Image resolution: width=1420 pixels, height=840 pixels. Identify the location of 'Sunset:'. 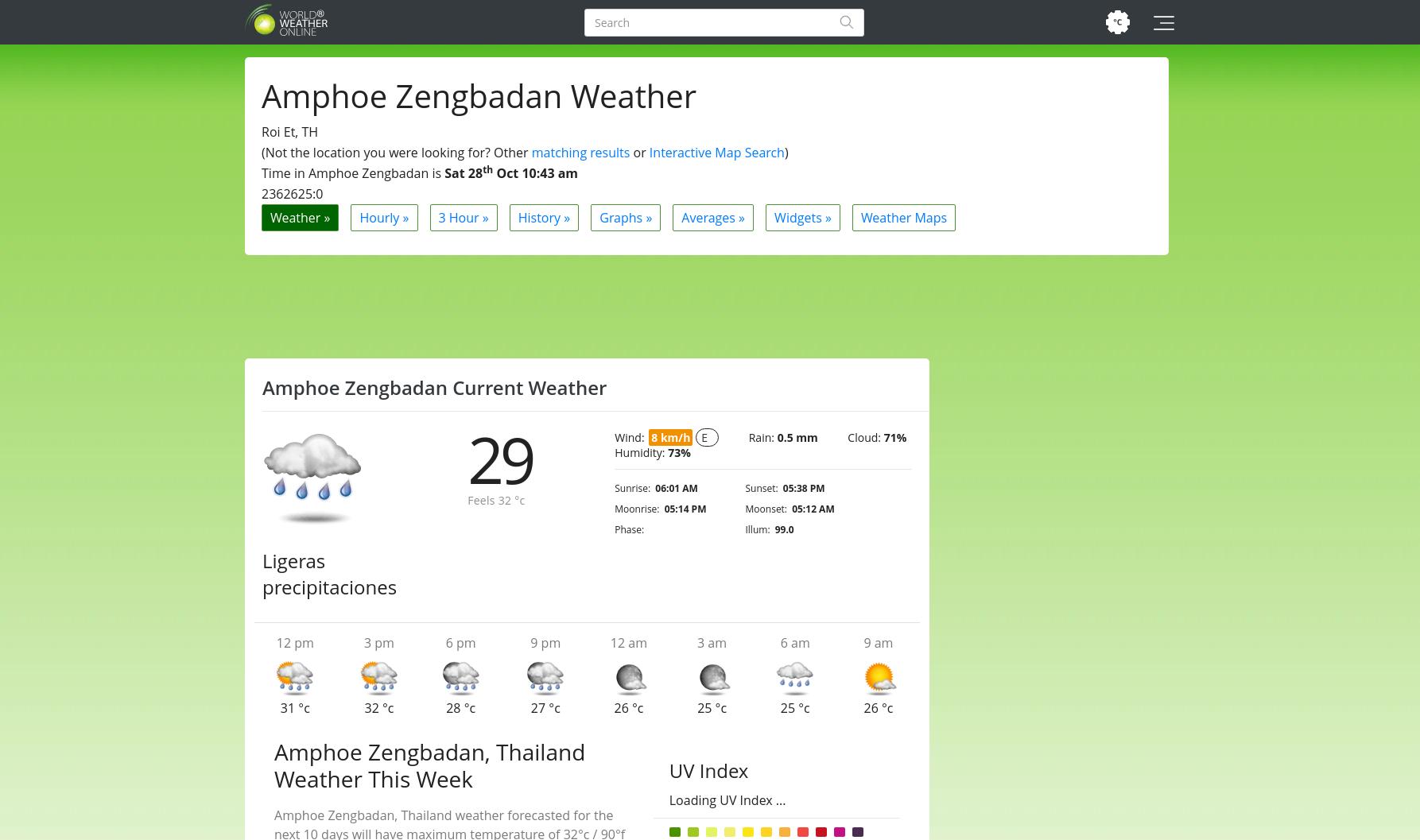
(762, 488).